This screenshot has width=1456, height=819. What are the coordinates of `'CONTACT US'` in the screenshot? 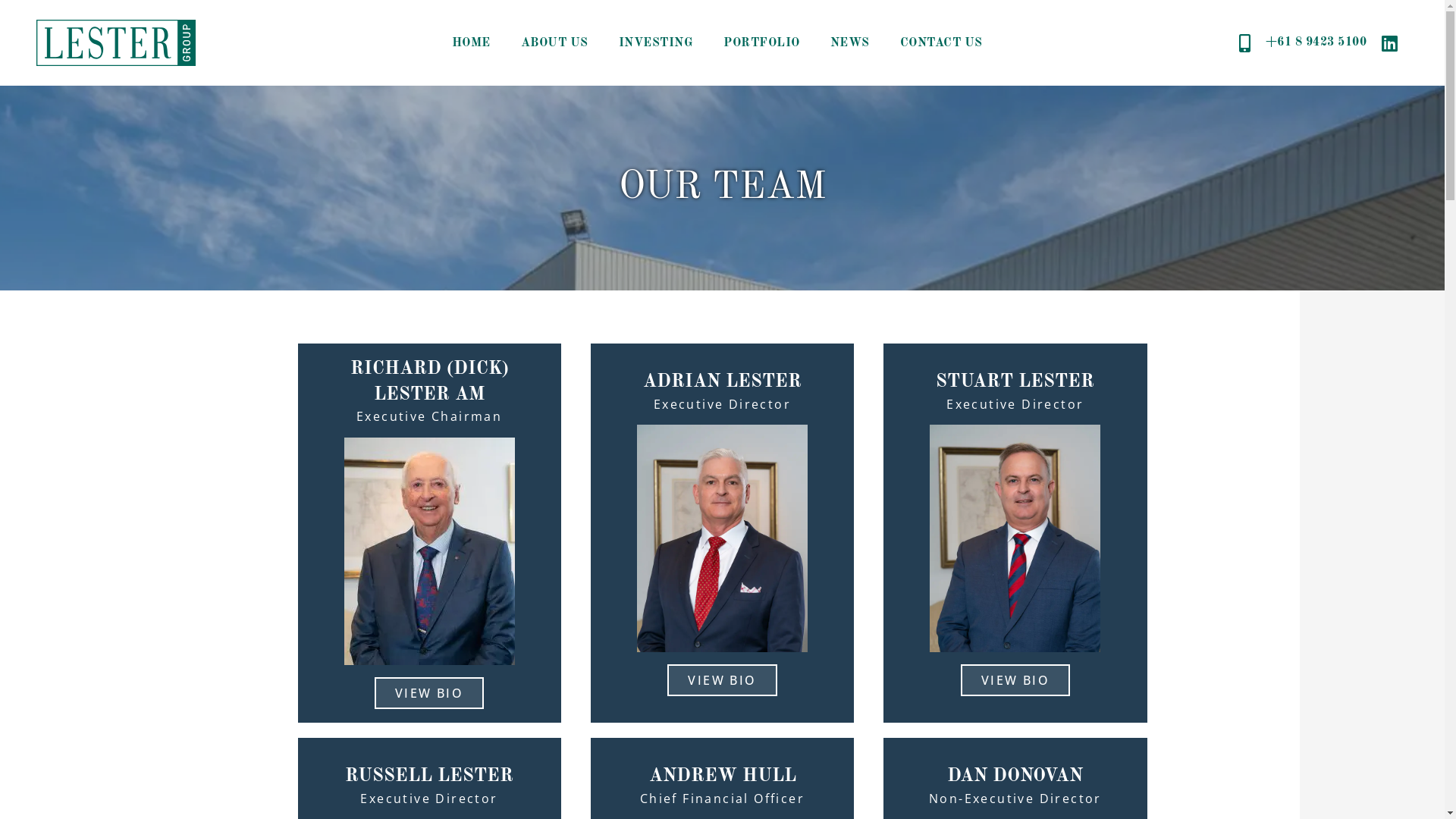 It's located at (940, 42).